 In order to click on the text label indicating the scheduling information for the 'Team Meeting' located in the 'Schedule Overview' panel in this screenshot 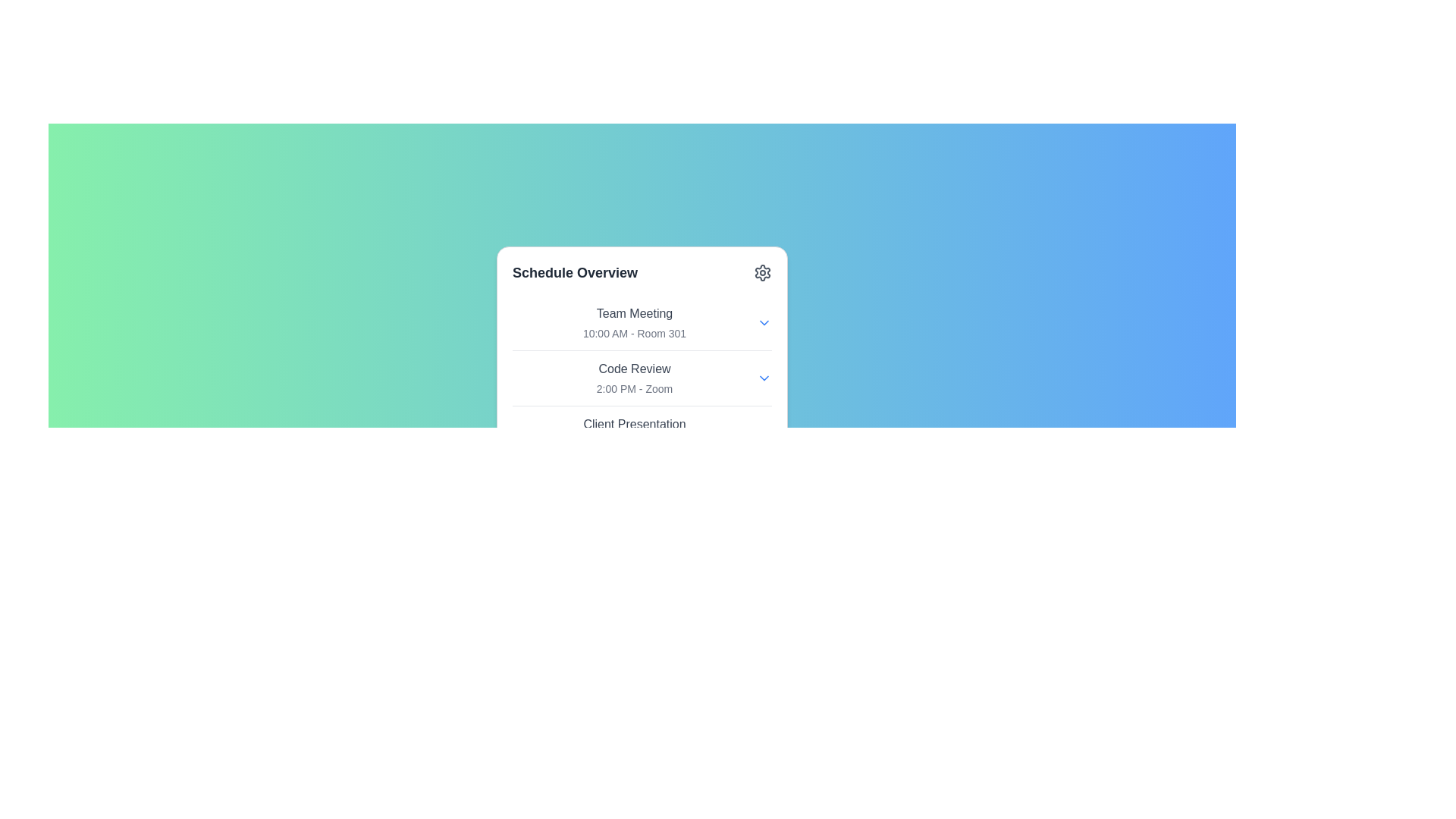, I will do `click(634, 332)`.